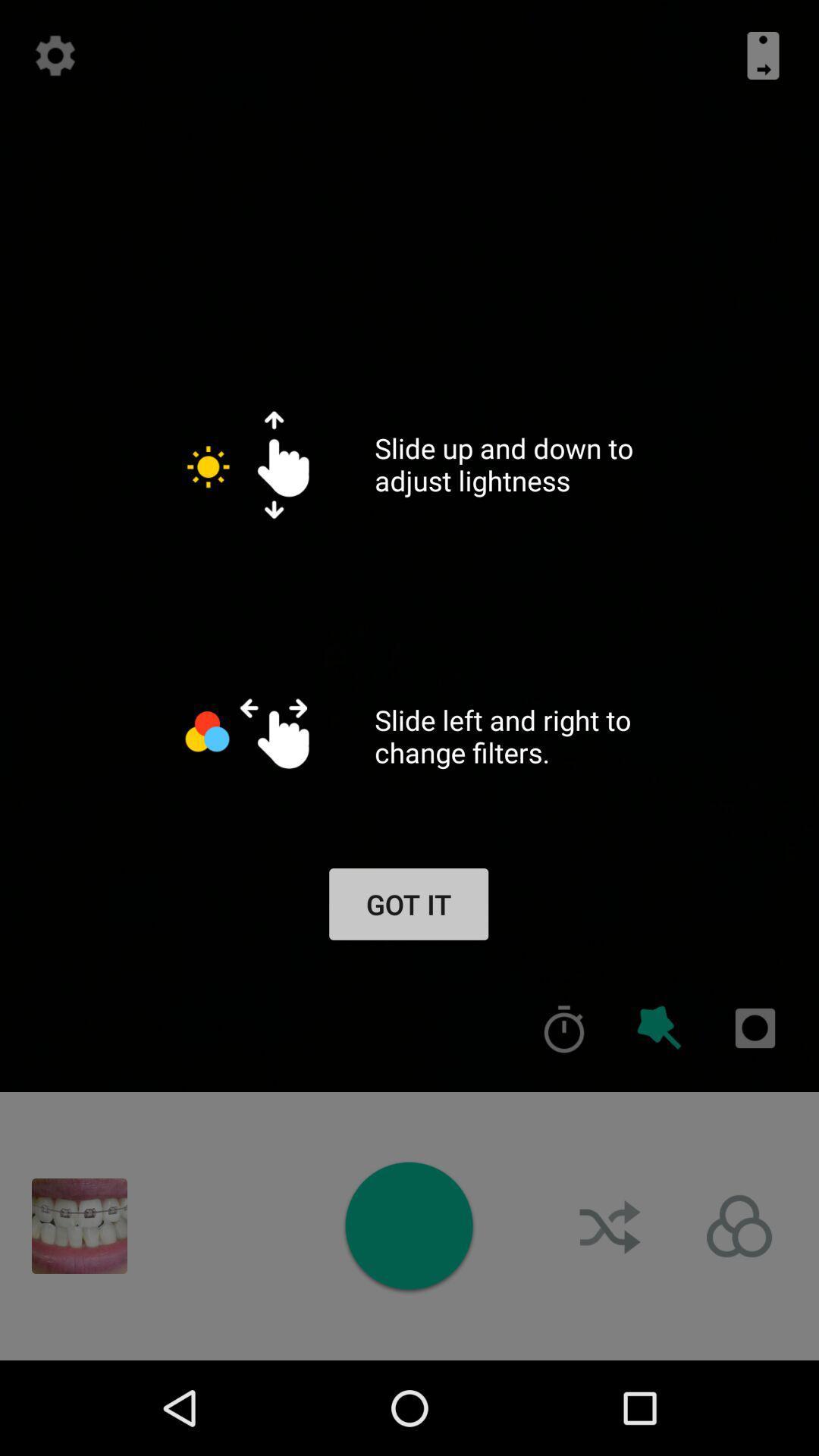 Image resolution: width=819 pixels, height=1456 pixels. Describe the element at coordinates (755, 1100) in the screenshot. I see `the photo icon` at that location.